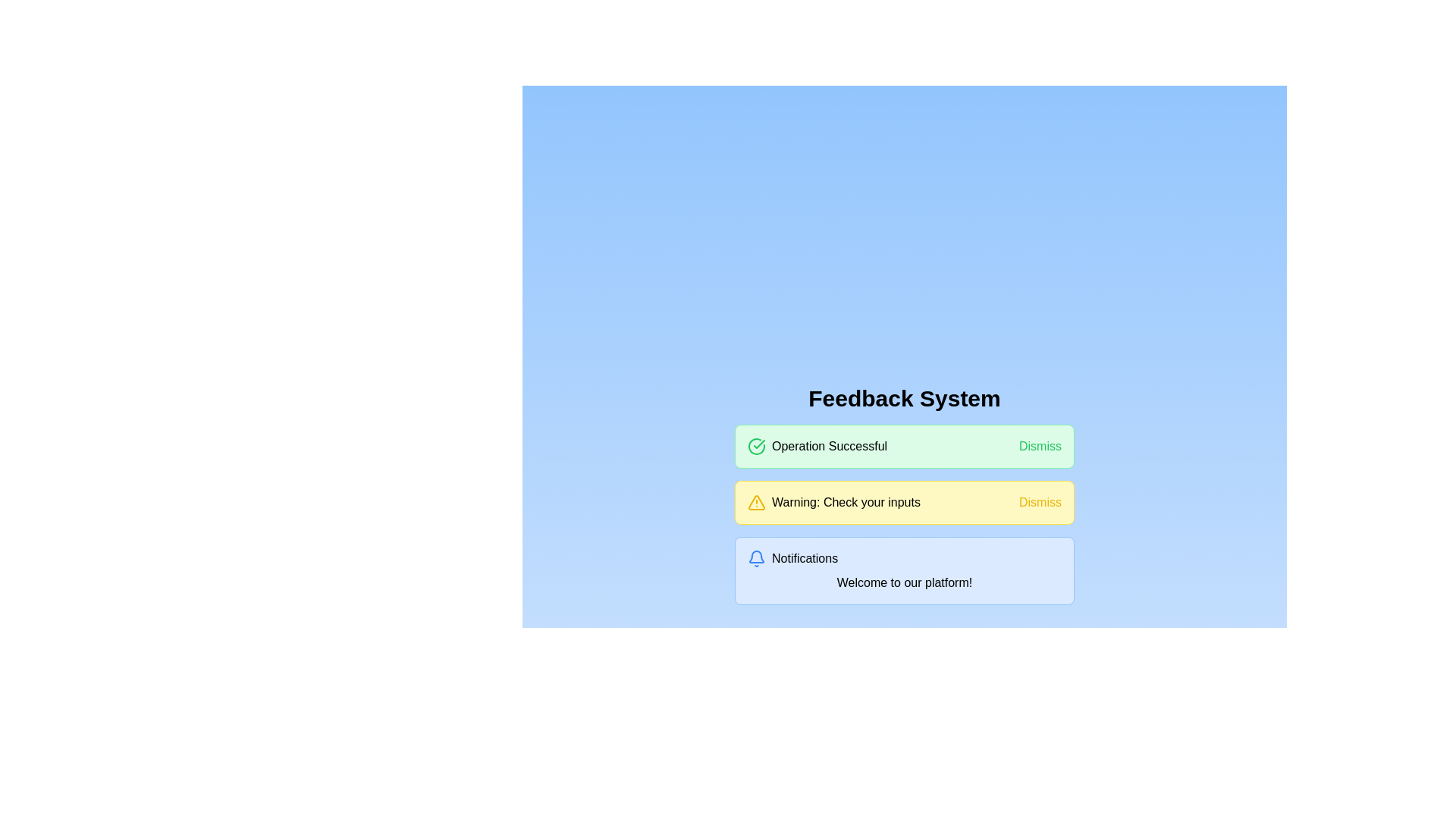 This screenshot has height=819, width=1456. What do you see at coordinates (833, 503) in the screenshot?
I see `the yellow notification box displaying 'Warning: Check your inputs' by clicking on it` at bounding box center [833, 503].